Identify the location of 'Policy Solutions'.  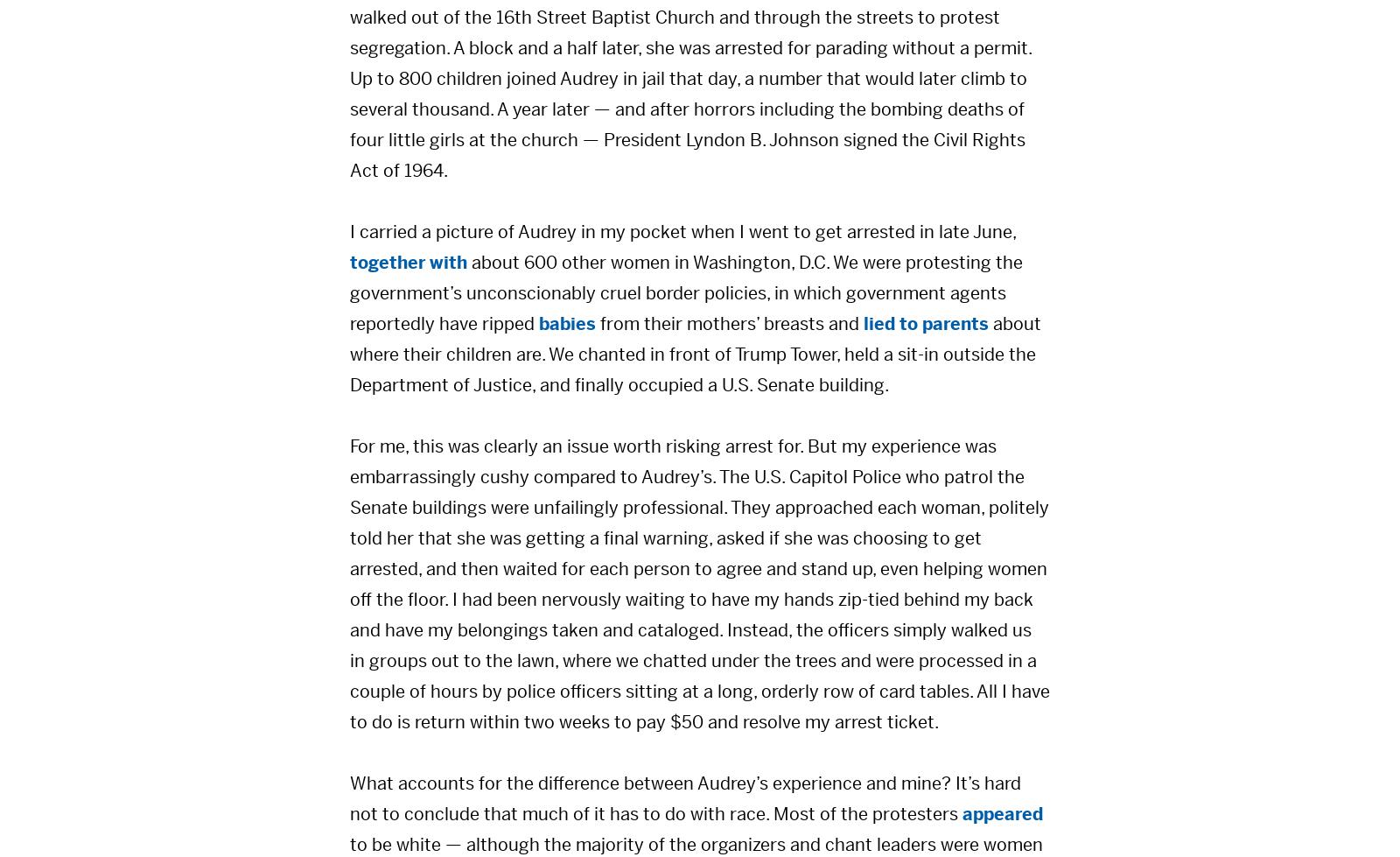
(443, 516).